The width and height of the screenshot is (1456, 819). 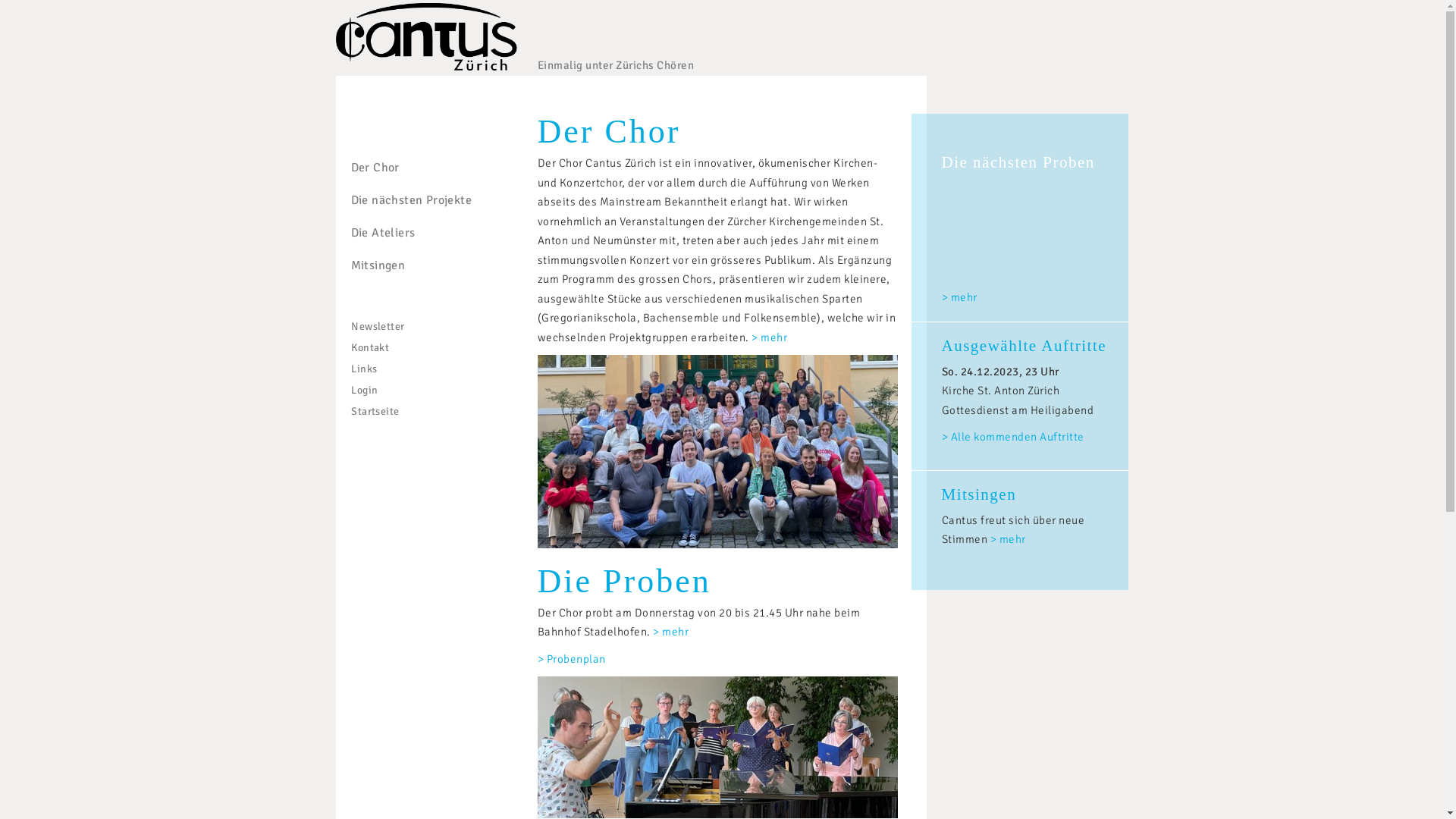 What do you see at coordinates (375, 325) in the screenshot?
I see `'Newsletter'` at bounding box center [375, 325].